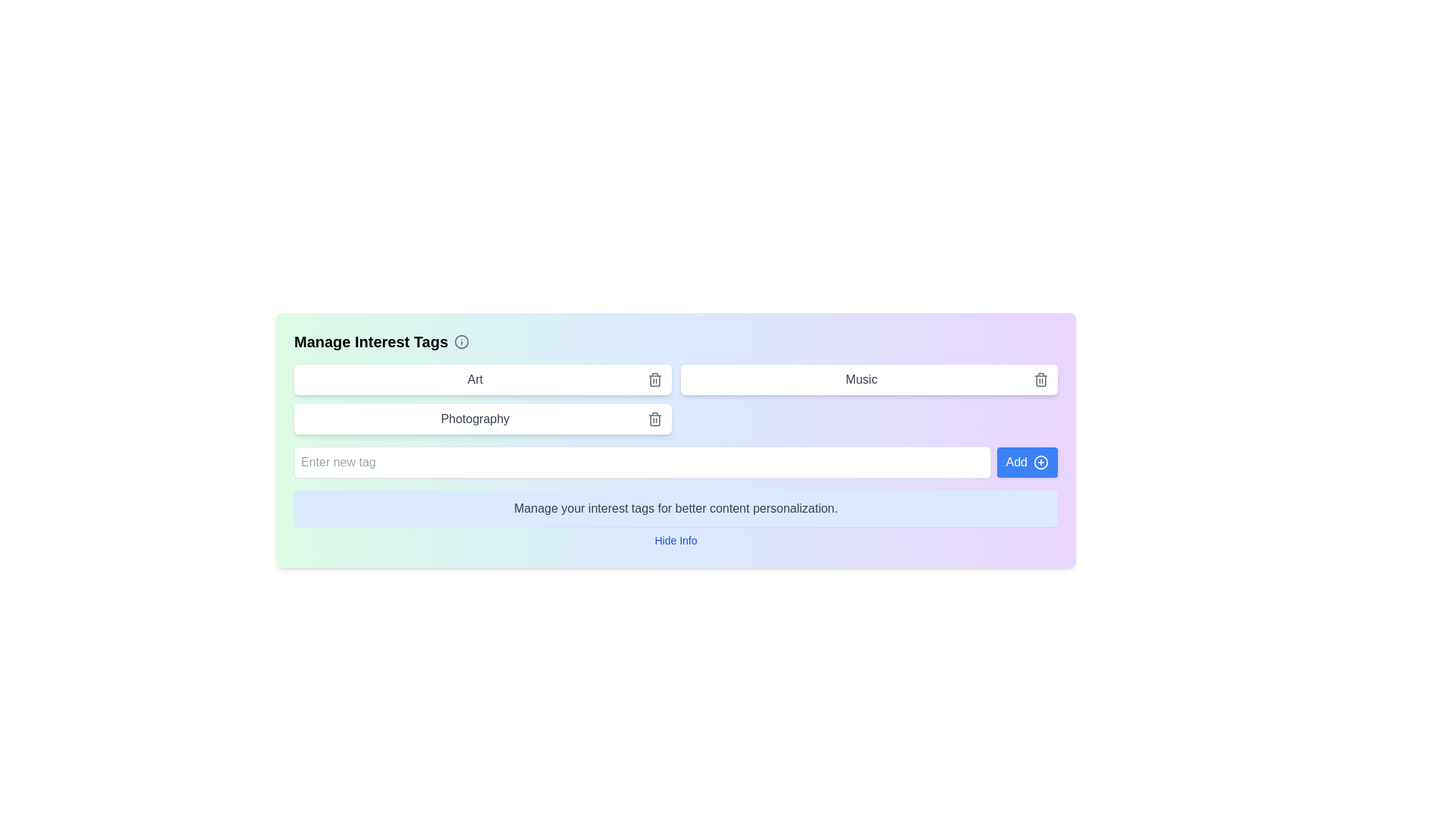 Image resolution: width=1456 pixels, height=819 pixels. What do you see at coordinates (461, 342) in the screenshot?
I see `the Circle icon in the SVG graphic element that indicates additional information related to 'Manage Interest Tags' for accessibility purposes` at bounding box center [461, 342].